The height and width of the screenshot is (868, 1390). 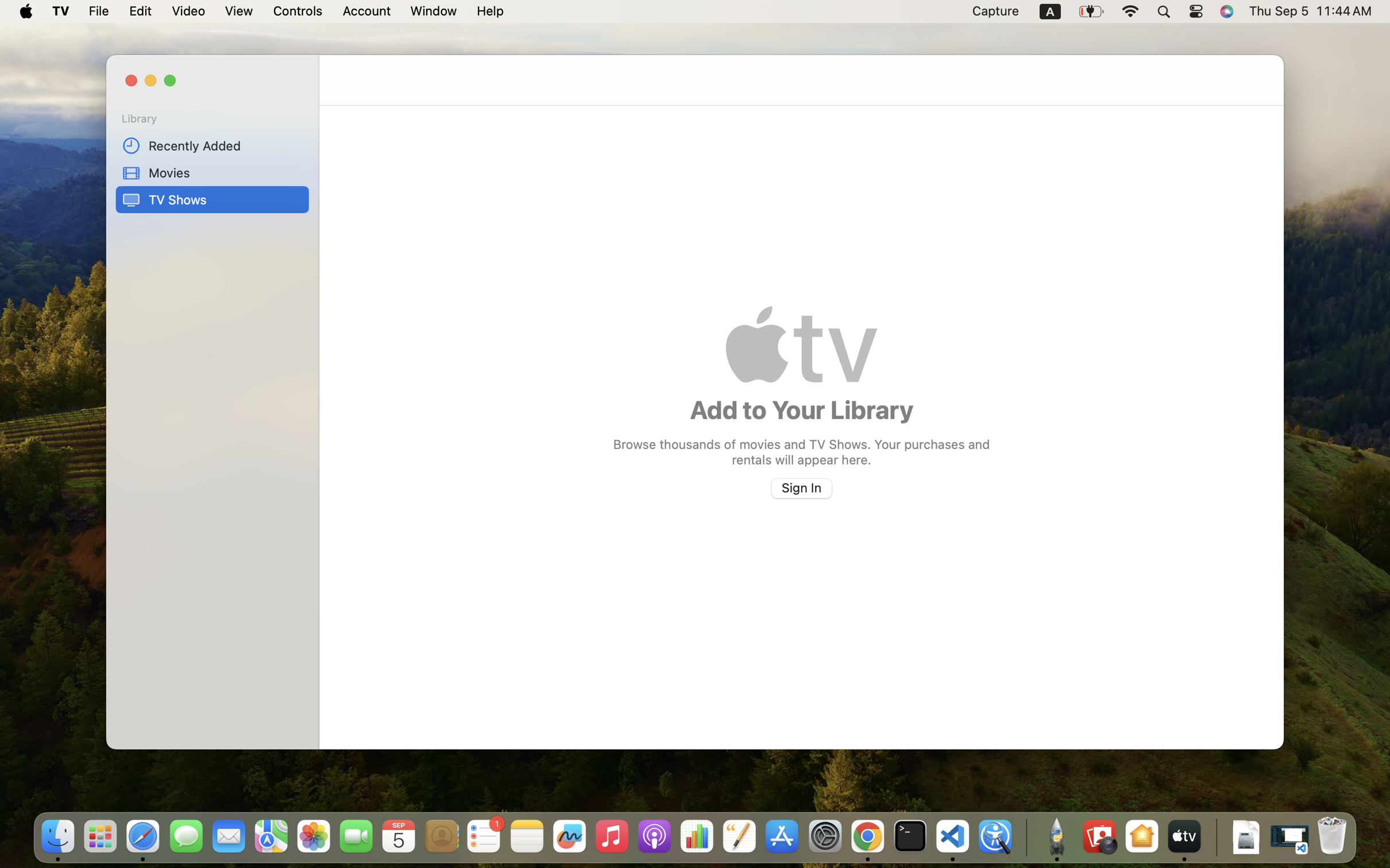 I want to click on 'Browse thousands of movies and TV Shows. Your purchases and rentals will appear here.', so click(x=801, y=451).